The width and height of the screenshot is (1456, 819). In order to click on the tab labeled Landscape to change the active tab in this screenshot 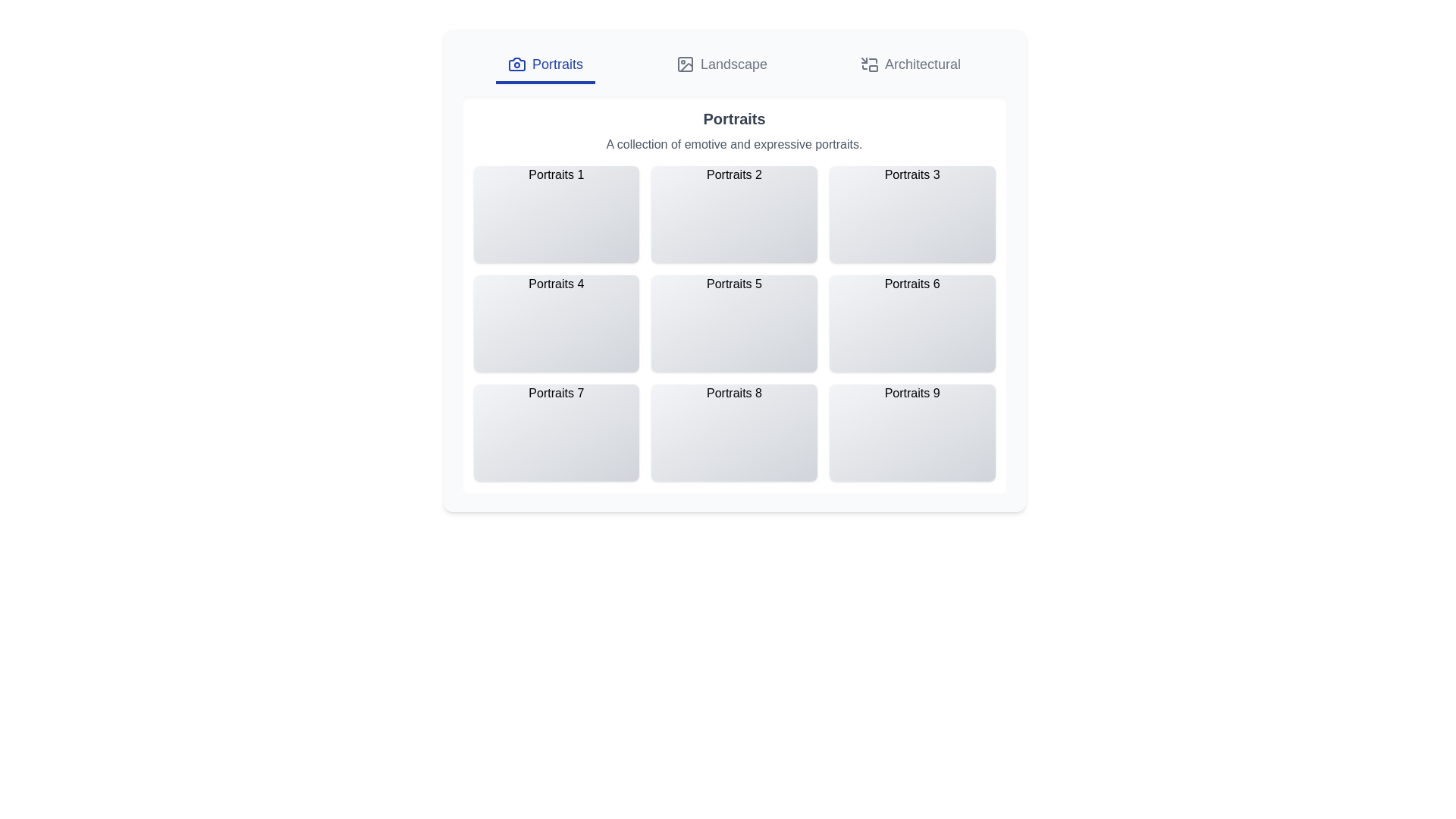, I will do `click(720, 65)`.